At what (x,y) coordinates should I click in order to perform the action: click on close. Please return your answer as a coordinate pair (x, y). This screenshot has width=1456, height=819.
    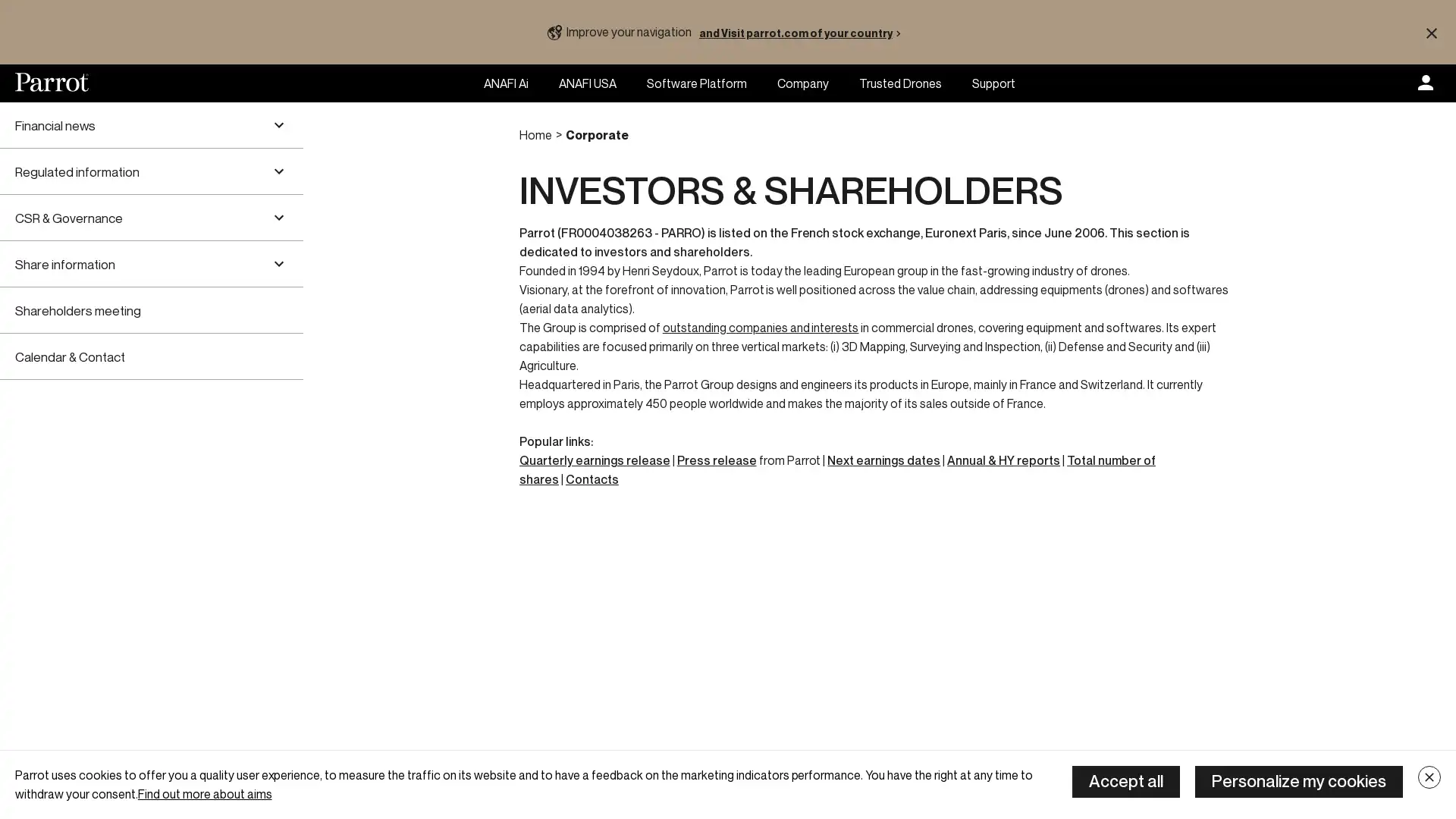
    Looking at the image, I should click on (1429, 777).